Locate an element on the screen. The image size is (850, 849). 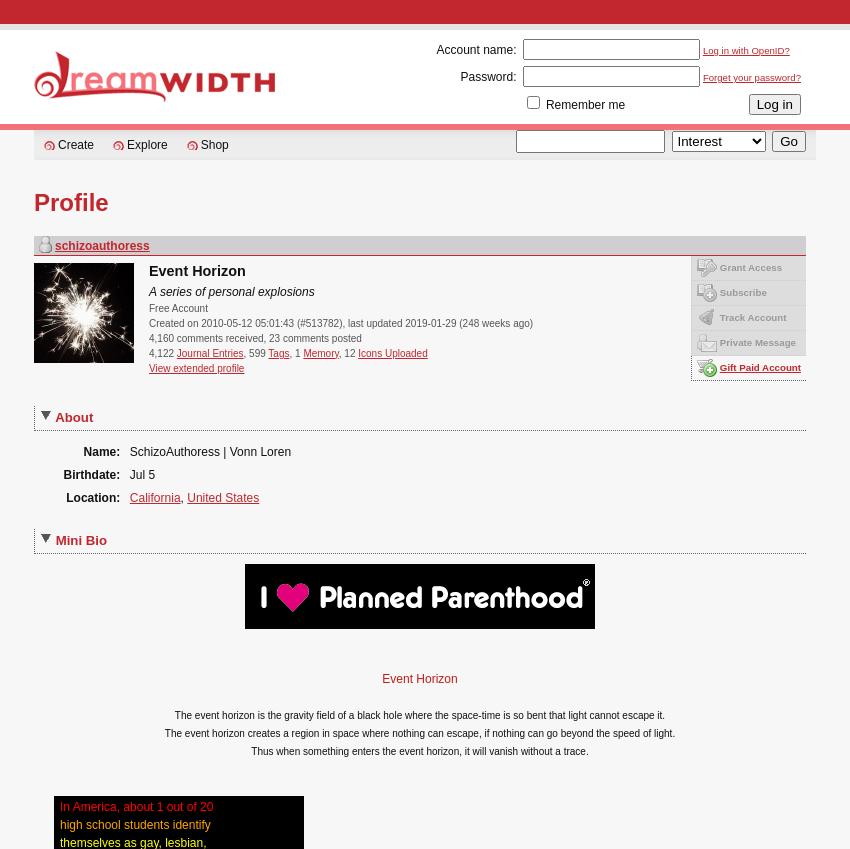
'4,122' is located at coordinates (162, 352).